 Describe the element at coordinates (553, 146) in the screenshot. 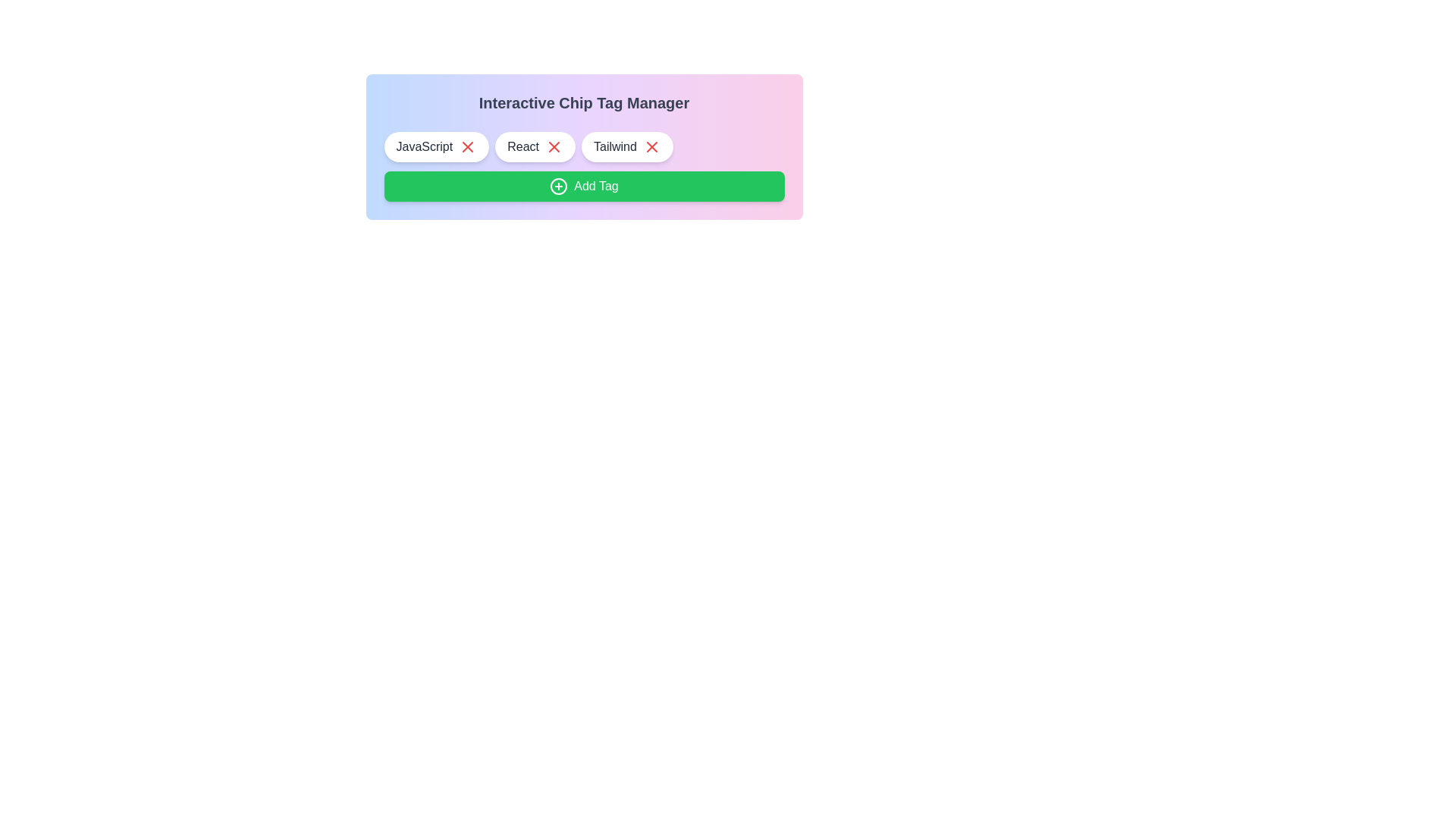

I see `the close button of the tag labeled React to remove it` at that location.